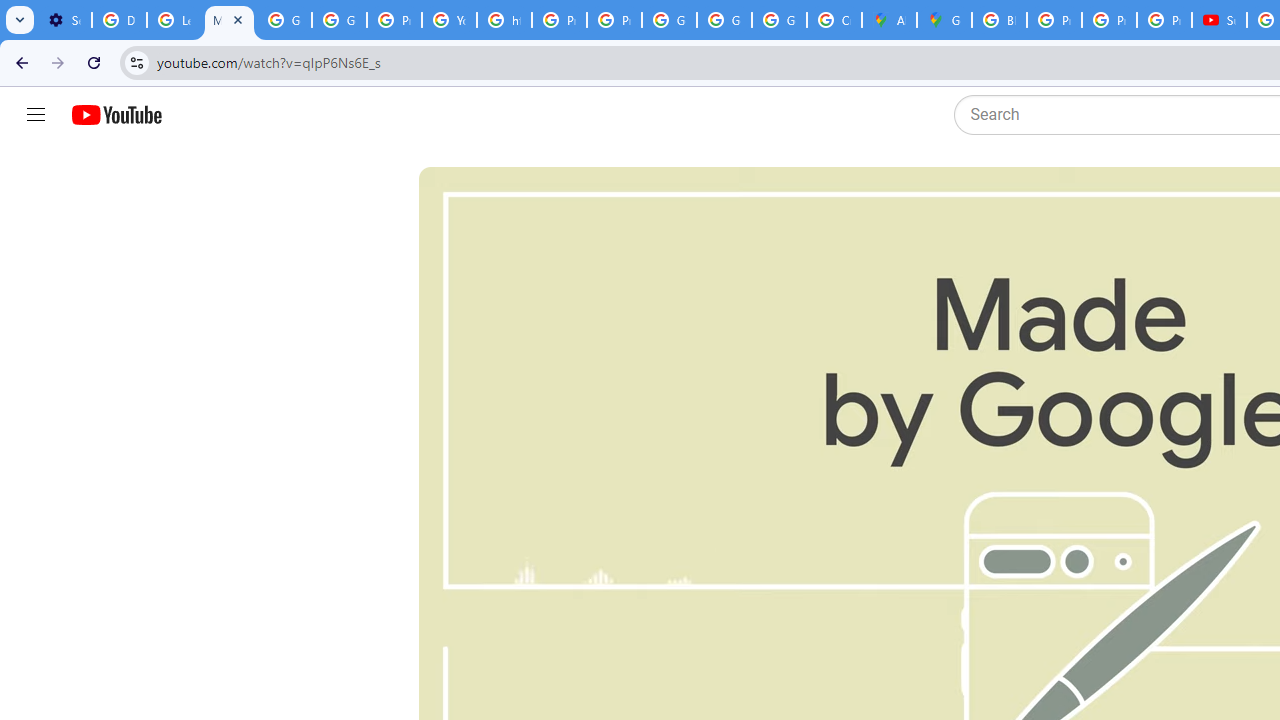  I want to click on 'Privacy Help Center - Policies Help', so click(1053, 20).